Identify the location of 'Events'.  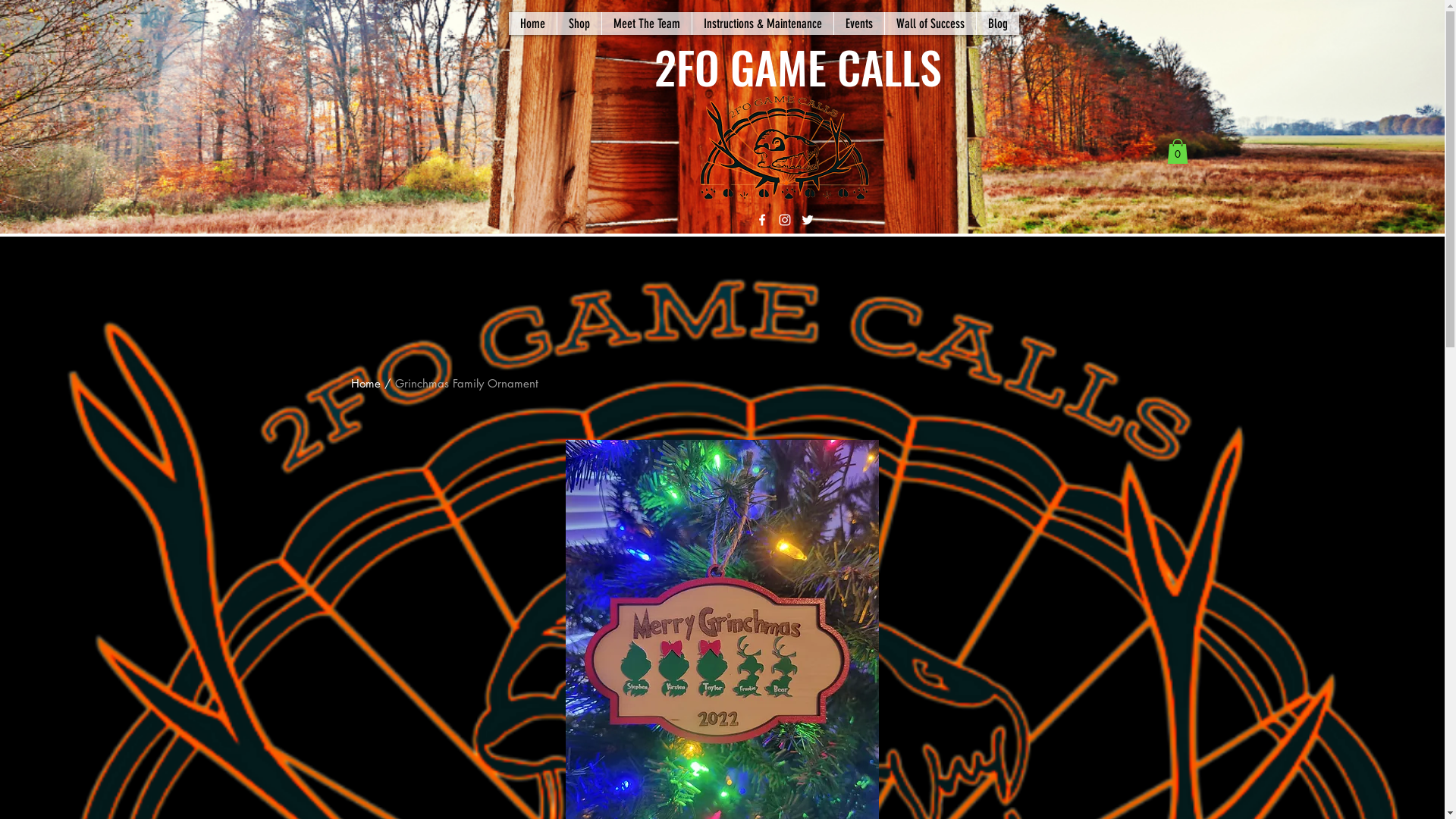
(858, 23).